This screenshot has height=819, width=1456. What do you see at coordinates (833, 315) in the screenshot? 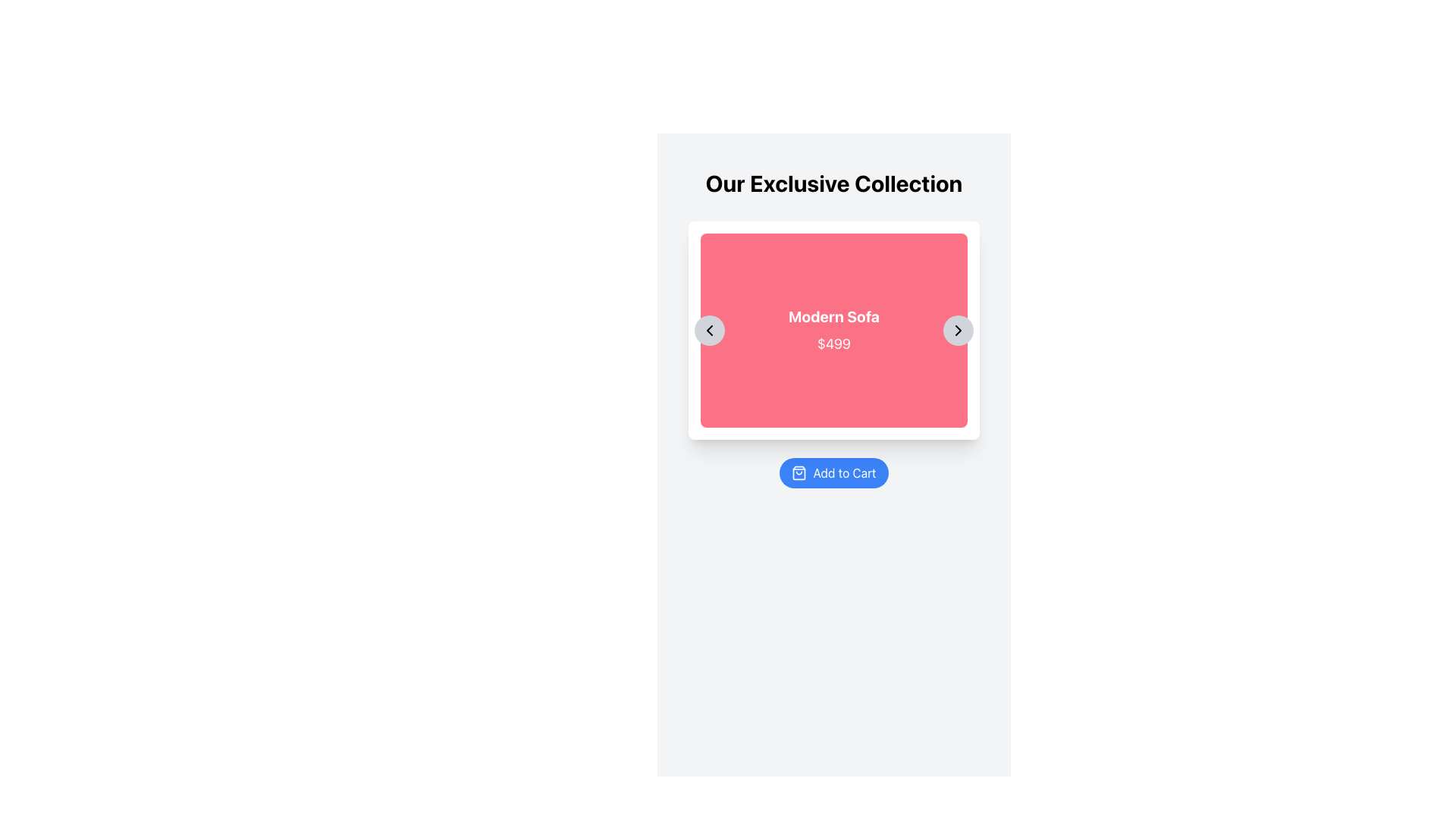
I see `the Text Label that displays the product name, which is centrally aligned within the pink background of the product card and positioned above the price text "$499"` at bounding box center [833, 315].